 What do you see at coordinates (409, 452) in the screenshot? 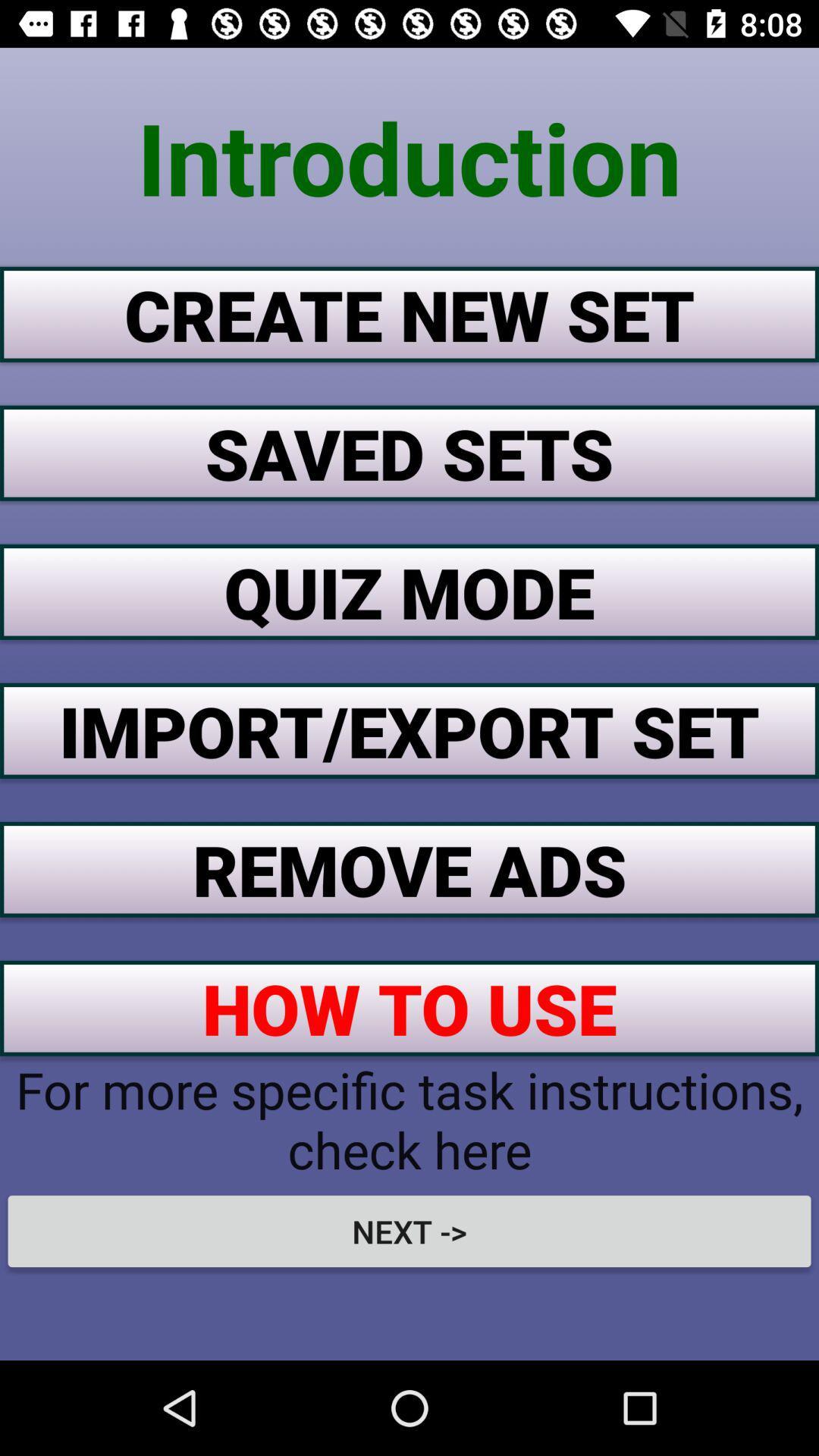
I see `the item above quiz mode button` at bounding box center [409, 452].